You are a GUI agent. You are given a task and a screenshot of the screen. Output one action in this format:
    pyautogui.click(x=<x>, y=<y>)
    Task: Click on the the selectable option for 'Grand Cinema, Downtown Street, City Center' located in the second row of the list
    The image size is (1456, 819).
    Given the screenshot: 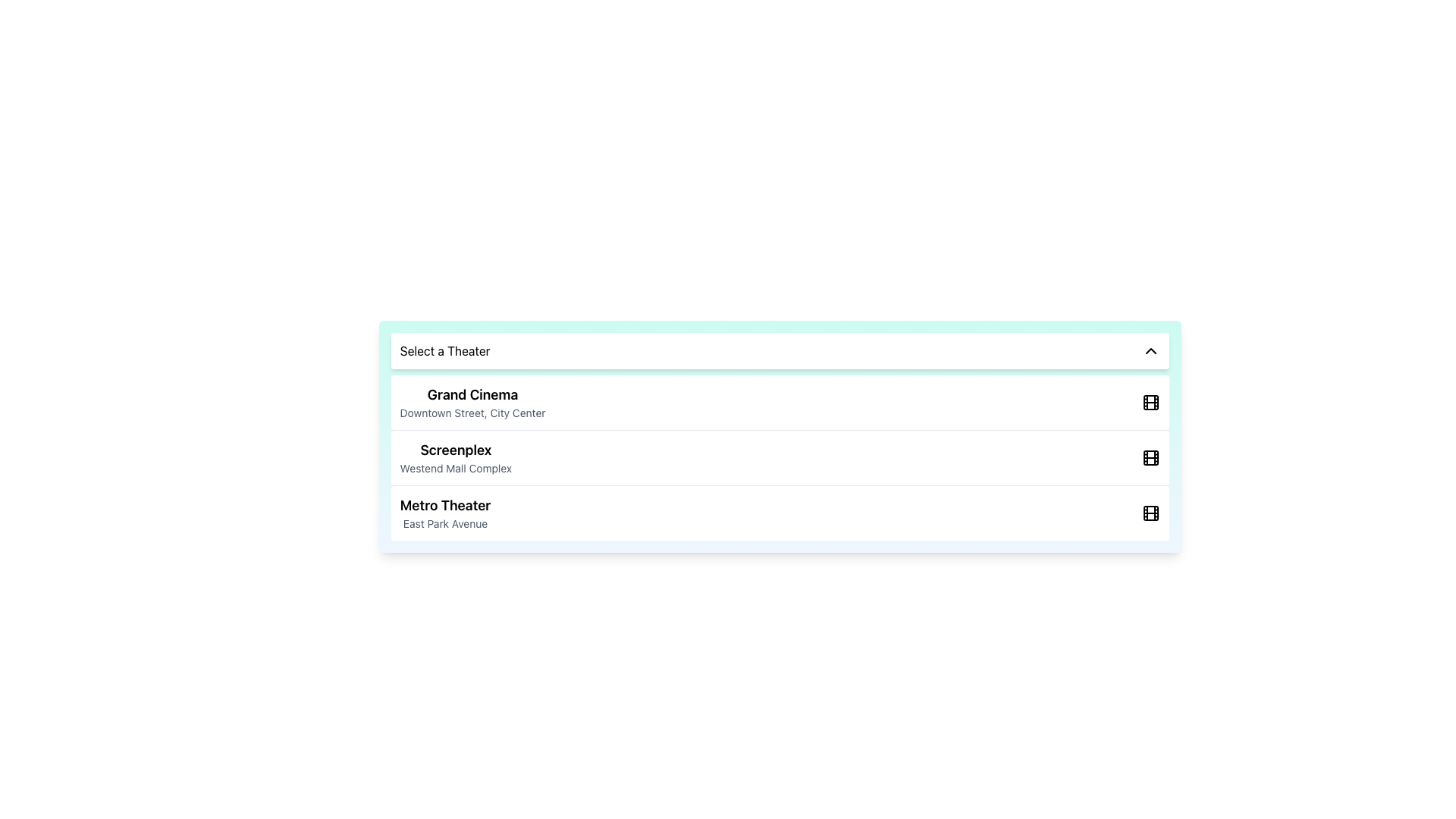 What is the action you would take?
    pyautogui.click(x=472, y=402)
    